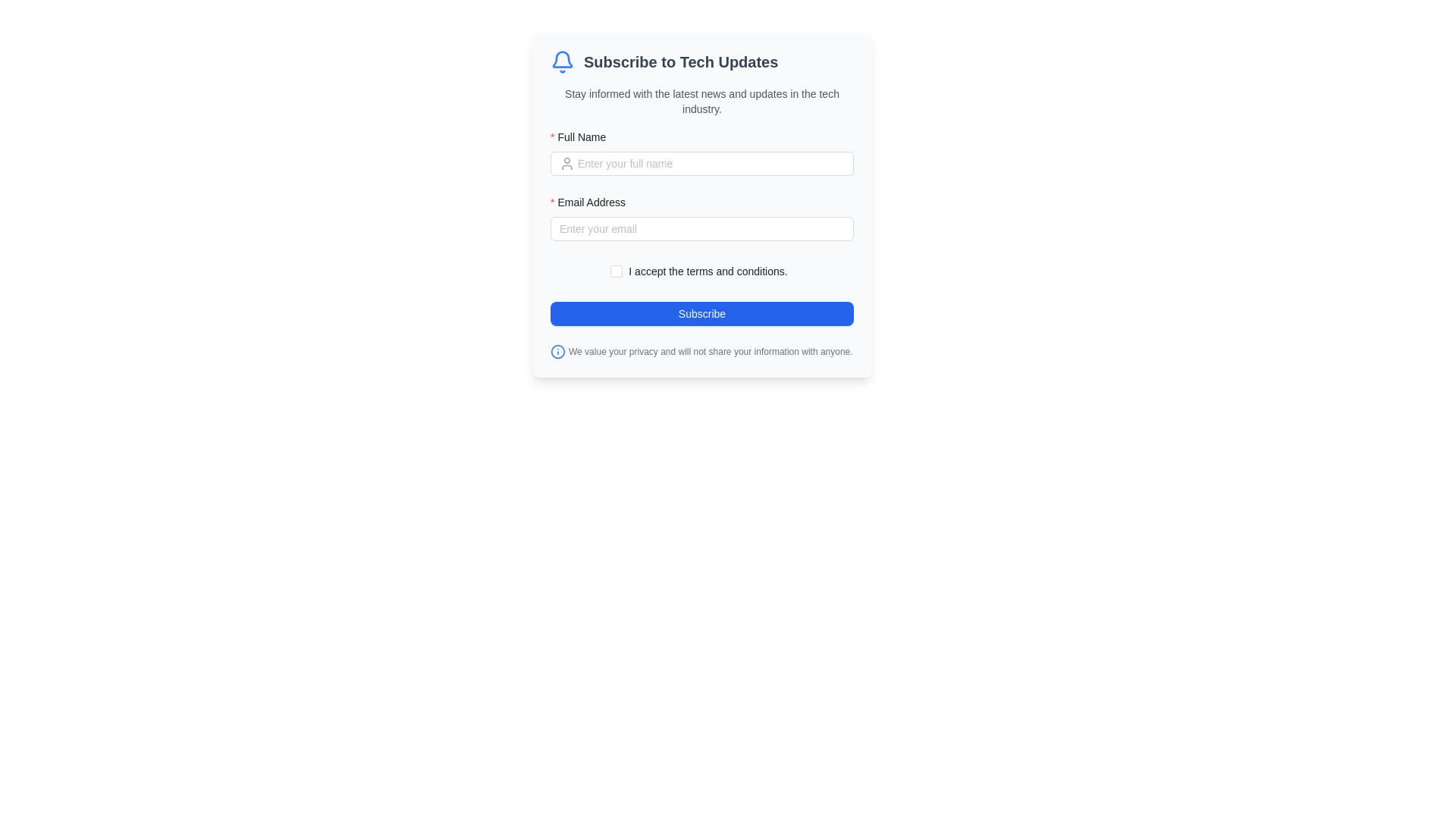 This screenshot has width=1456, height=819. Describe the element at coordinates (708, 271) in the screenshot. I see `the Label with an embedded hyperlink that provides context for the checkbox to its left, located below the email input field and above the subscription button` at that location.